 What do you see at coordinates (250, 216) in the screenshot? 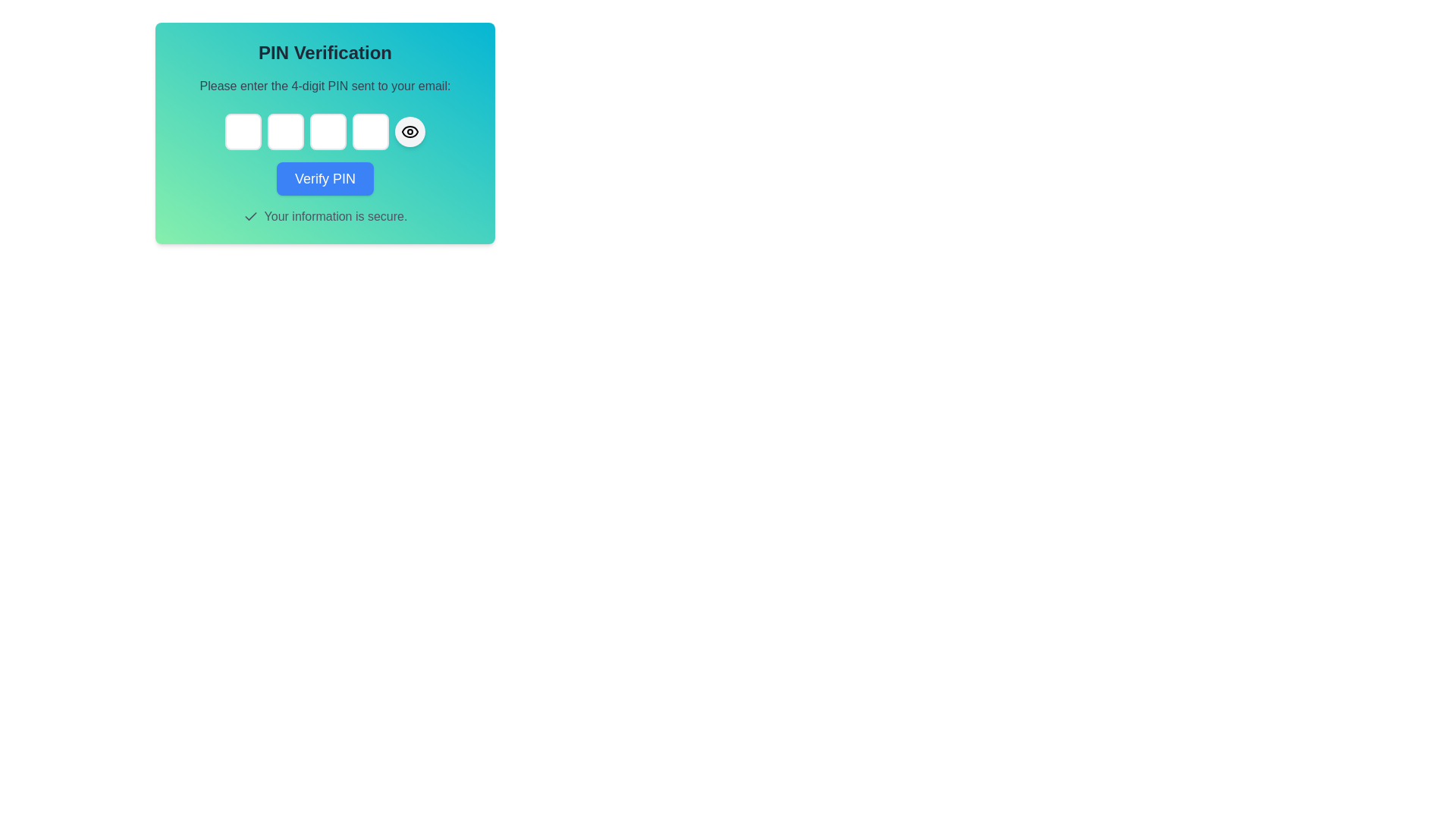
I see `the checkmark icon, which is a vector graphic with a minimalistic design located to the right of the 'Verify PIN' button` at bounding box center [250, 216].